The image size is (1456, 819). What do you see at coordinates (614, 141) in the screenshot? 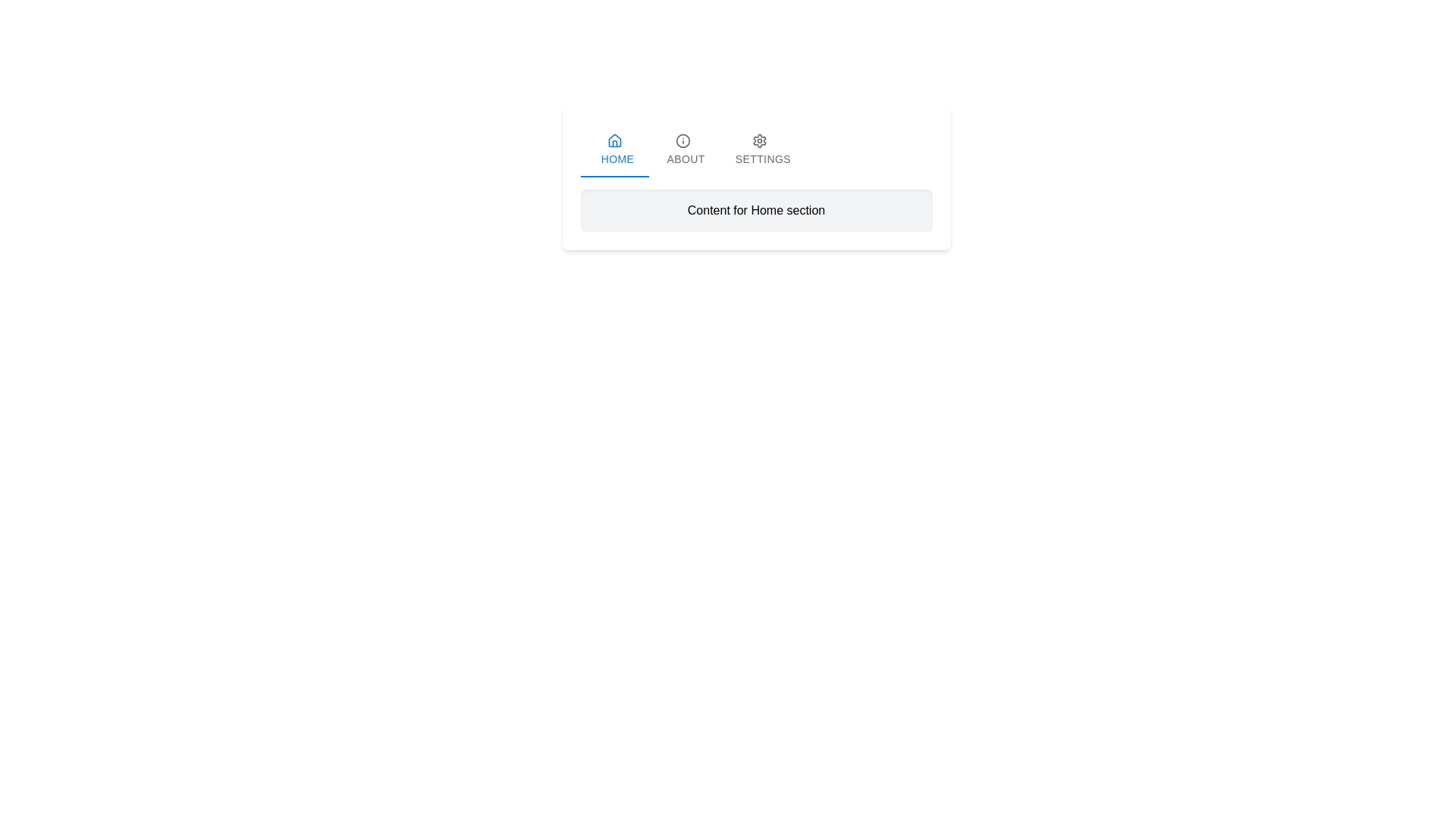
I see `the visual state of the 'Home' tab icon, which is located at the leftmost side of the tab navigation bar, above the text label 'Home'` at bounding box center [614, 141].